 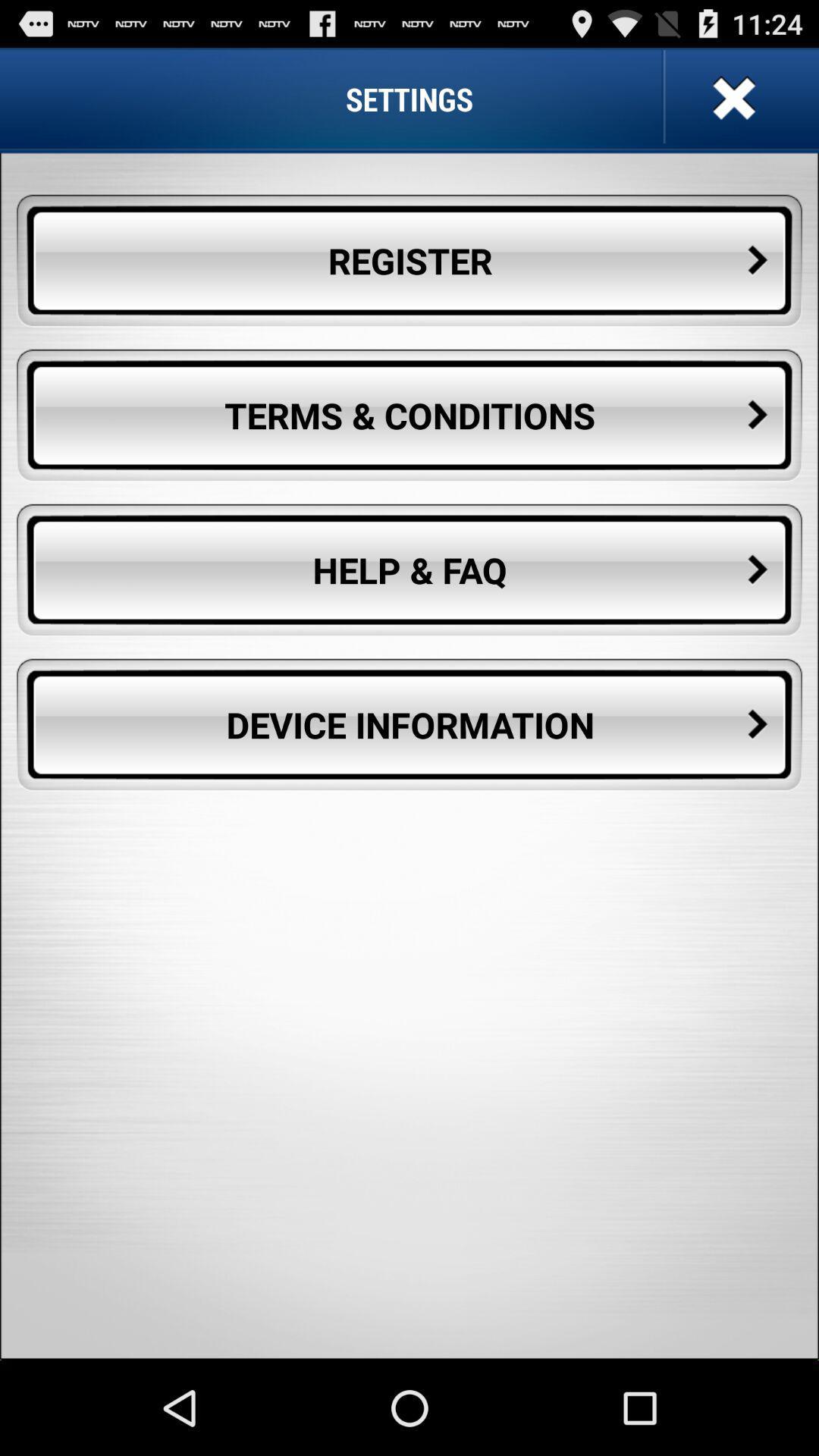 What do you see at coordinates (409, 724) in the screenshot?
I see `the device information icon` at bounding box center [409, 724].